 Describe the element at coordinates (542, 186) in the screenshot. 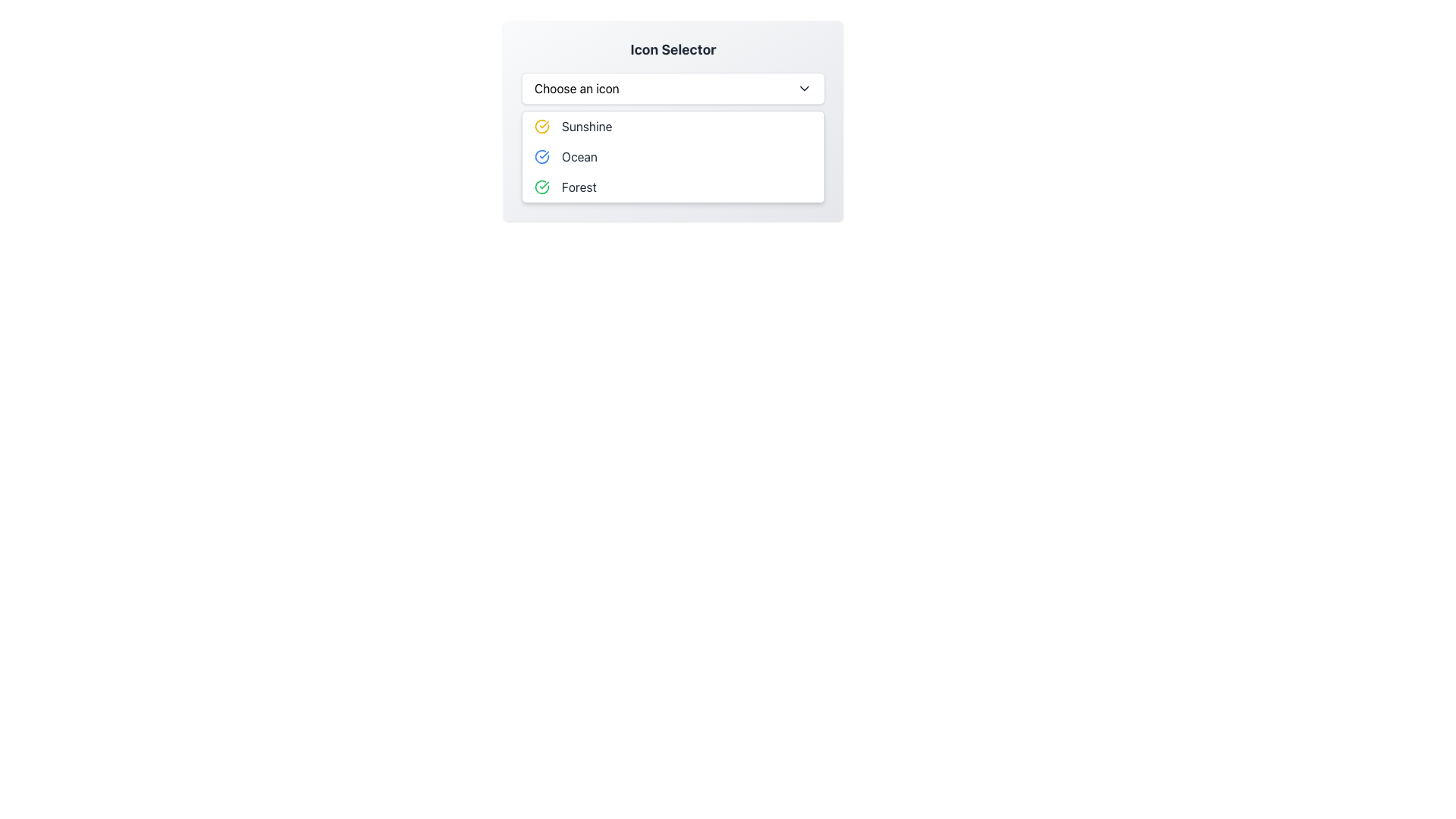

I see `the selection icon indicating that the 'Forest' option has been chosen in the dropdown menu` at that location.